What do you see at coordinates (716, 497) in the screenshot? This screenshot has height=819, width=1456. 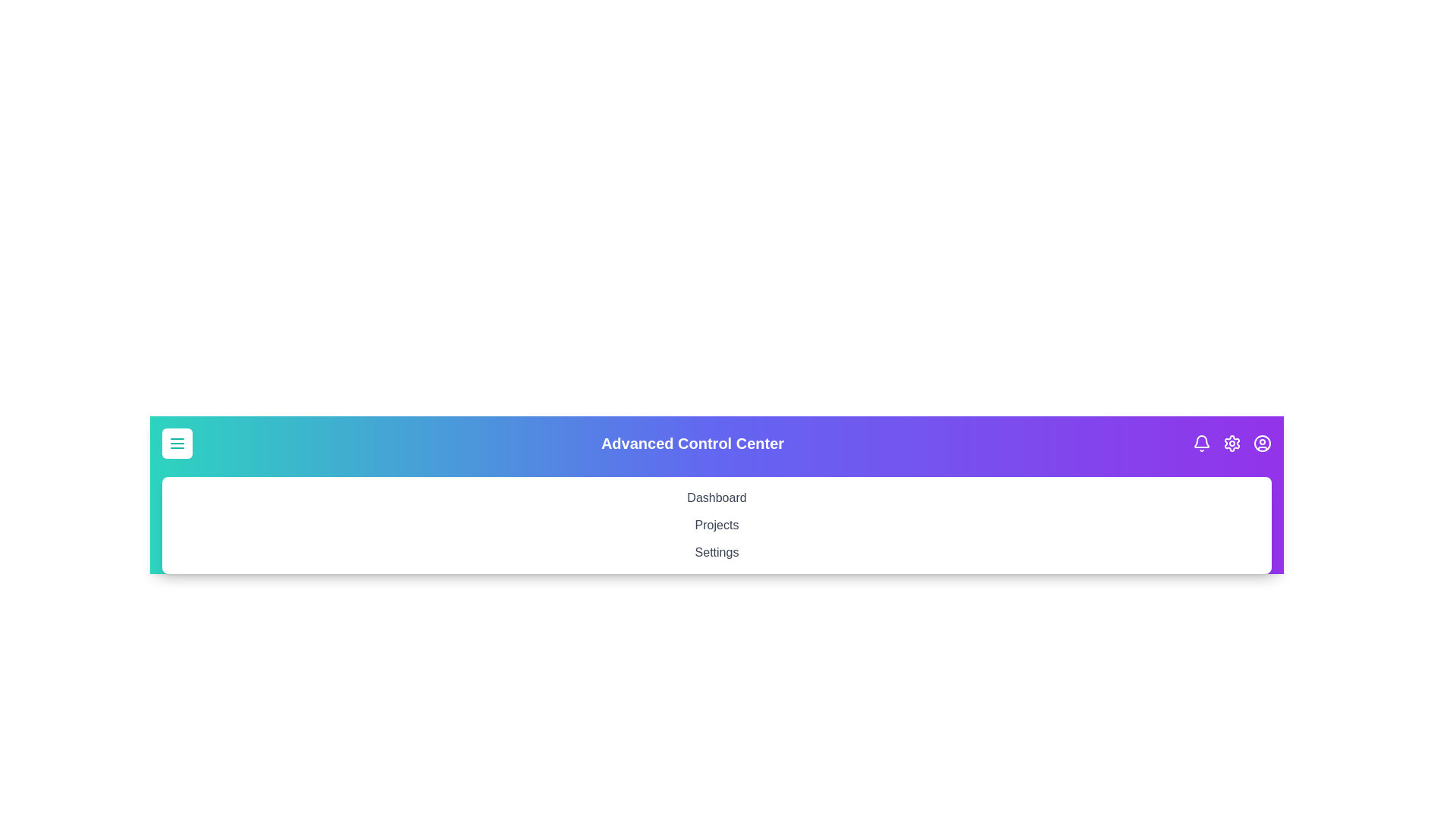 I see `the Dashboard link in the app bar` at bounding box center [716, 497].